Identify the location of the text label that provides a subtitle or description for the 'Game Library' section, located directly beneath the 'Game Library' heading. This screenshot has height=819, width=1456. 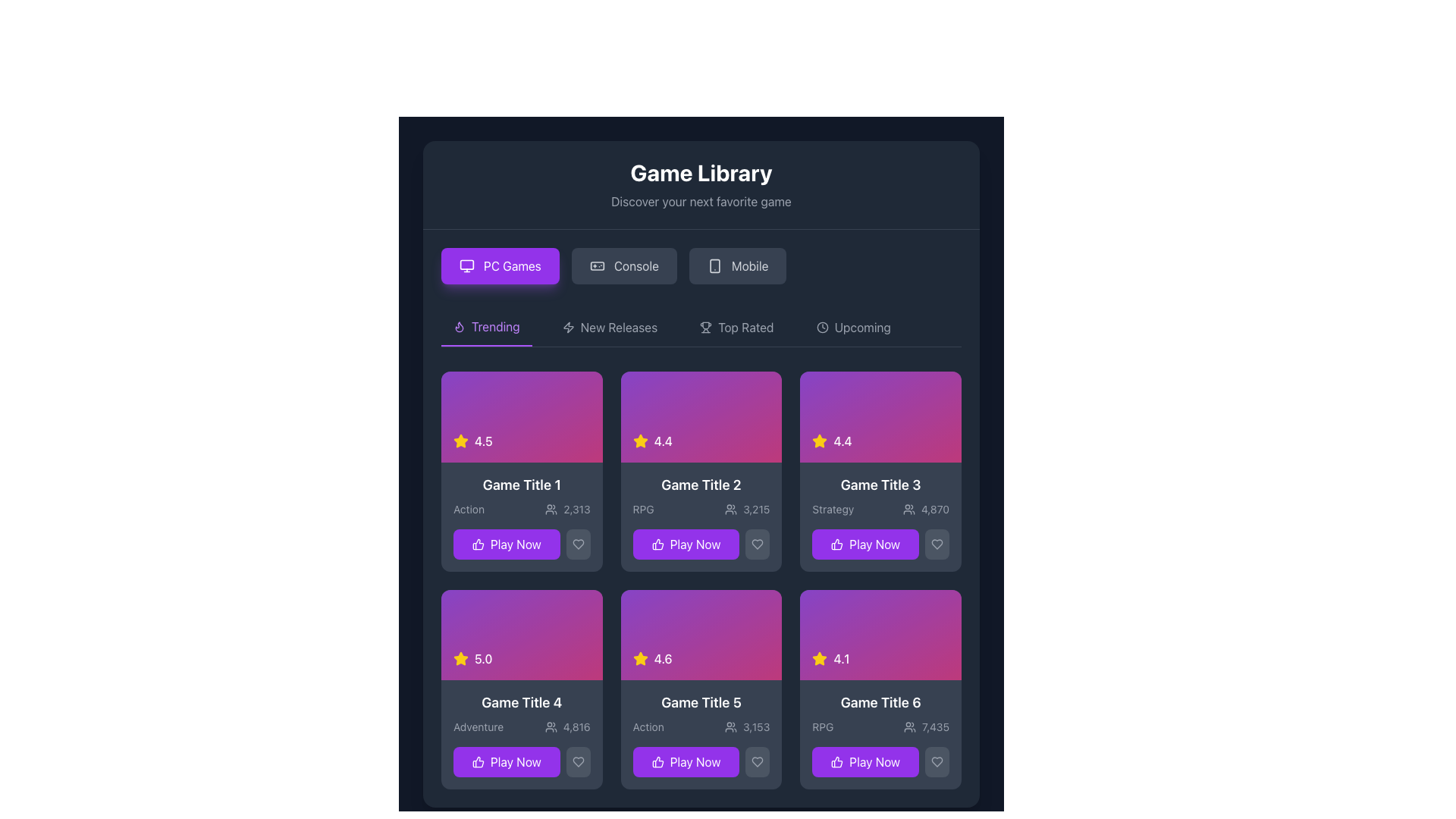
(701, 201).